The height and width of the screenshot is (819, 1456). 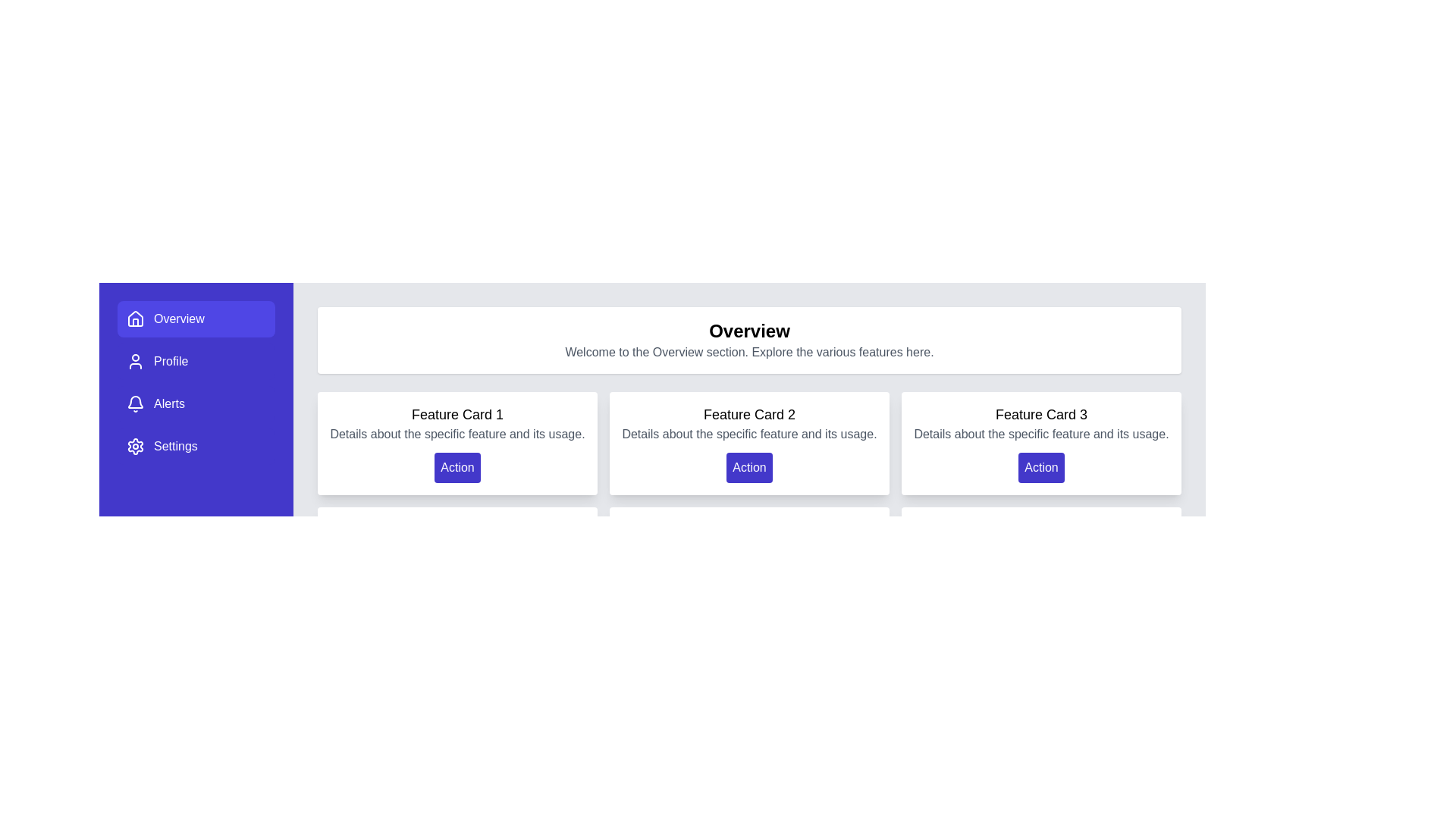 What do you see at coordinates (175, 446) in the screenshot?
I see `text of the 'Settings' label in the sidebar menu, which is the fourth item below 'Overview', 'Profile', and 'Alerts', and is located next to a gear icon` at bounding box center [175, 446].